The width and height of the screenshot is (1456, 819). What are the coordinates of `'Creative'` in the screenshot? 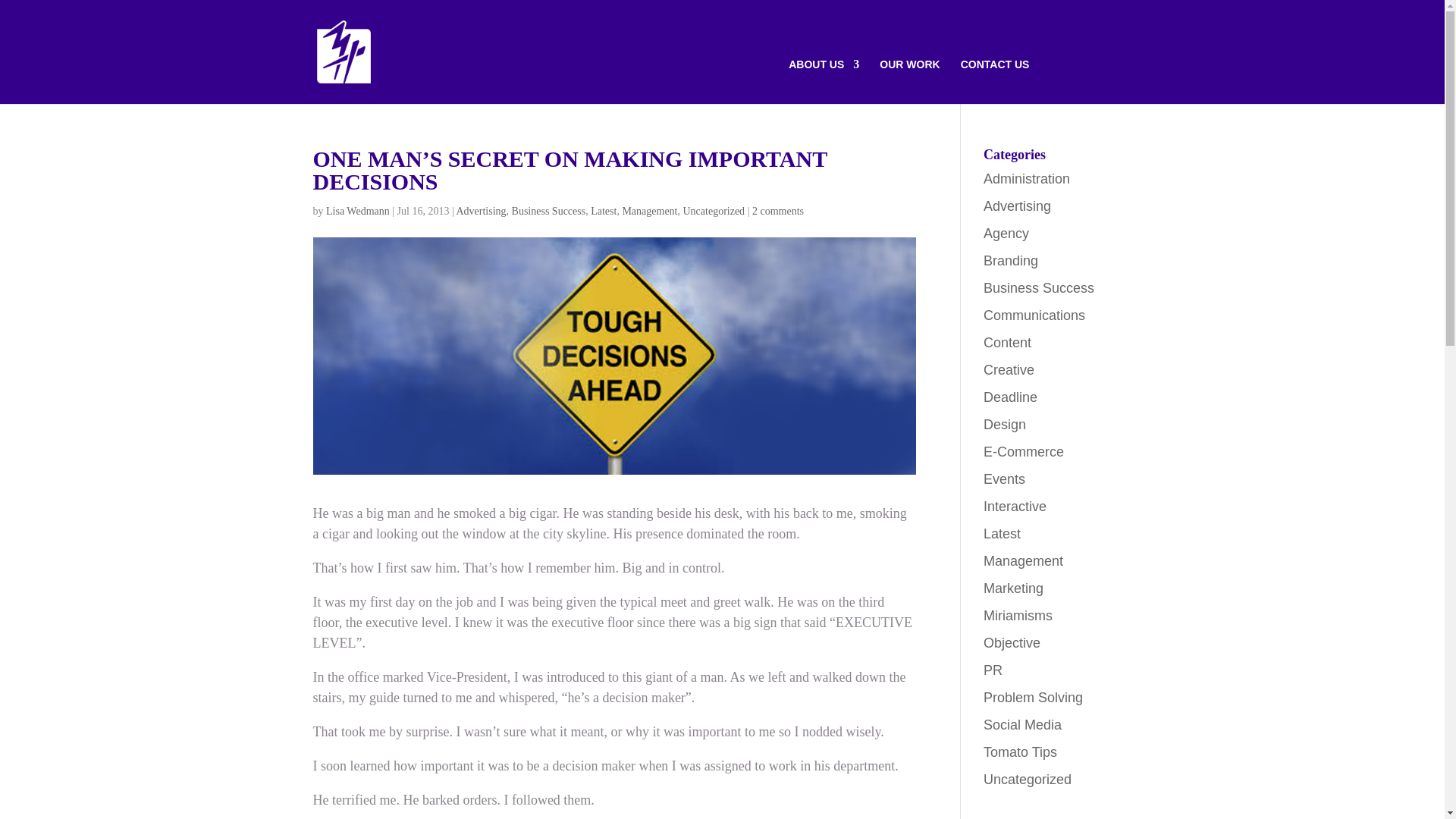 It's located at (1009, 370).